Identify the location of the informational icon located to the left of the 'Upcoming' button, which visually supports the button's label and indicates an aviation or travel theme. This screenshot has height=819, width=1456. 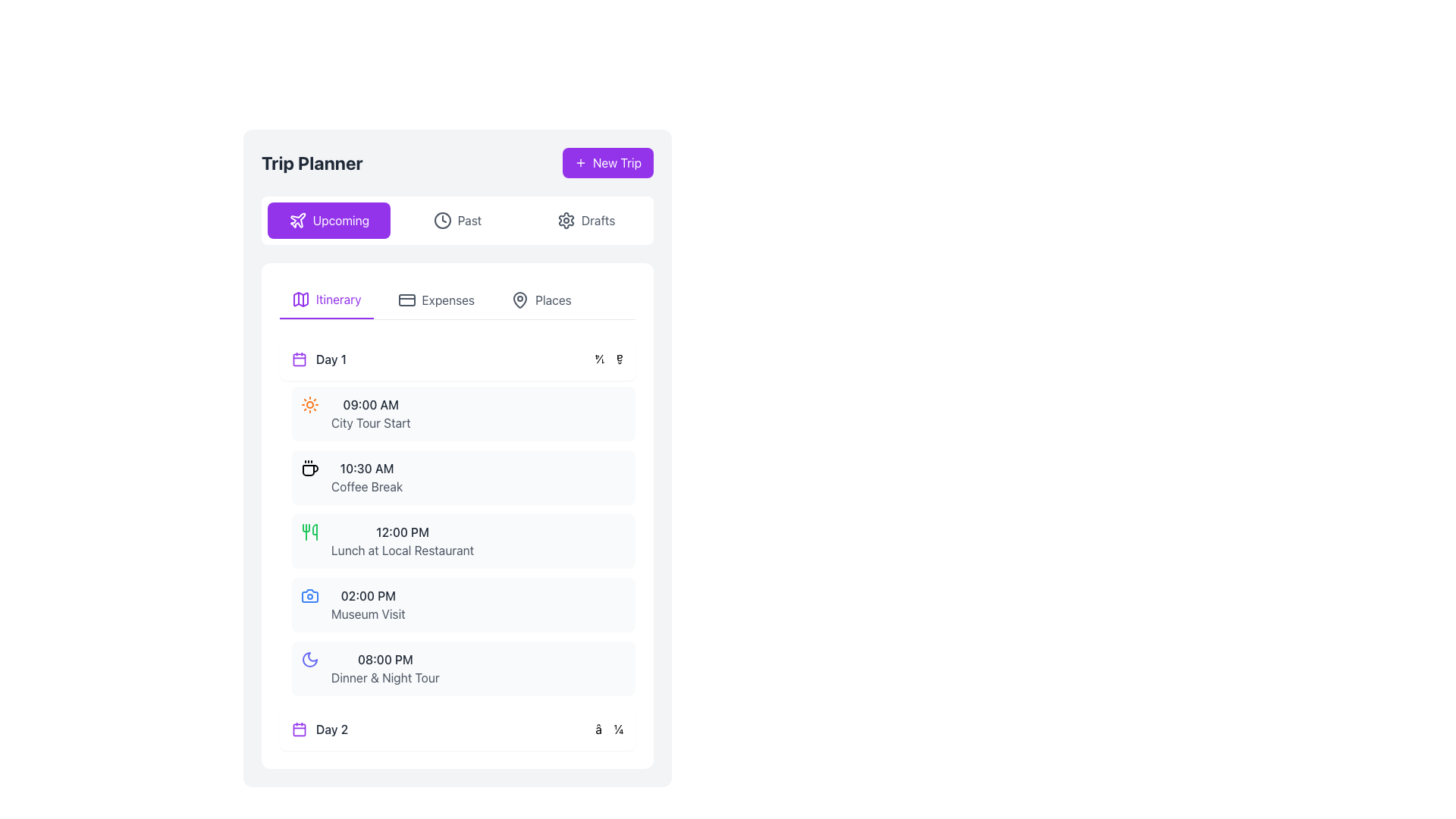
(297, 220).